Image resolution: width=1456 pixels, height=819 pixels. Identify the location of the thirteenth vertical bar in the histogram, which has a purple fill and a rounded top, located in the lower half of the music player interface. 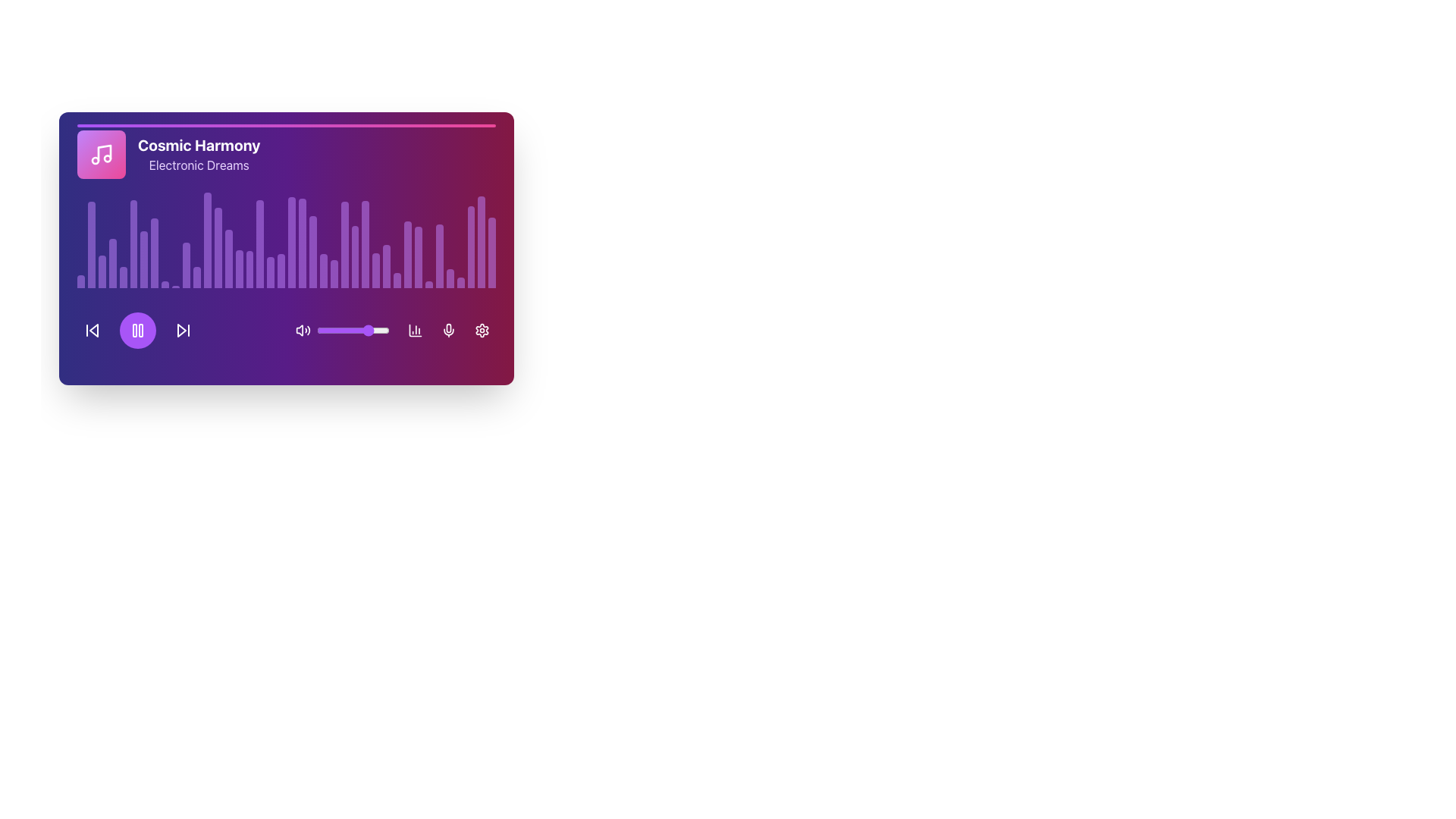
(206, 240).